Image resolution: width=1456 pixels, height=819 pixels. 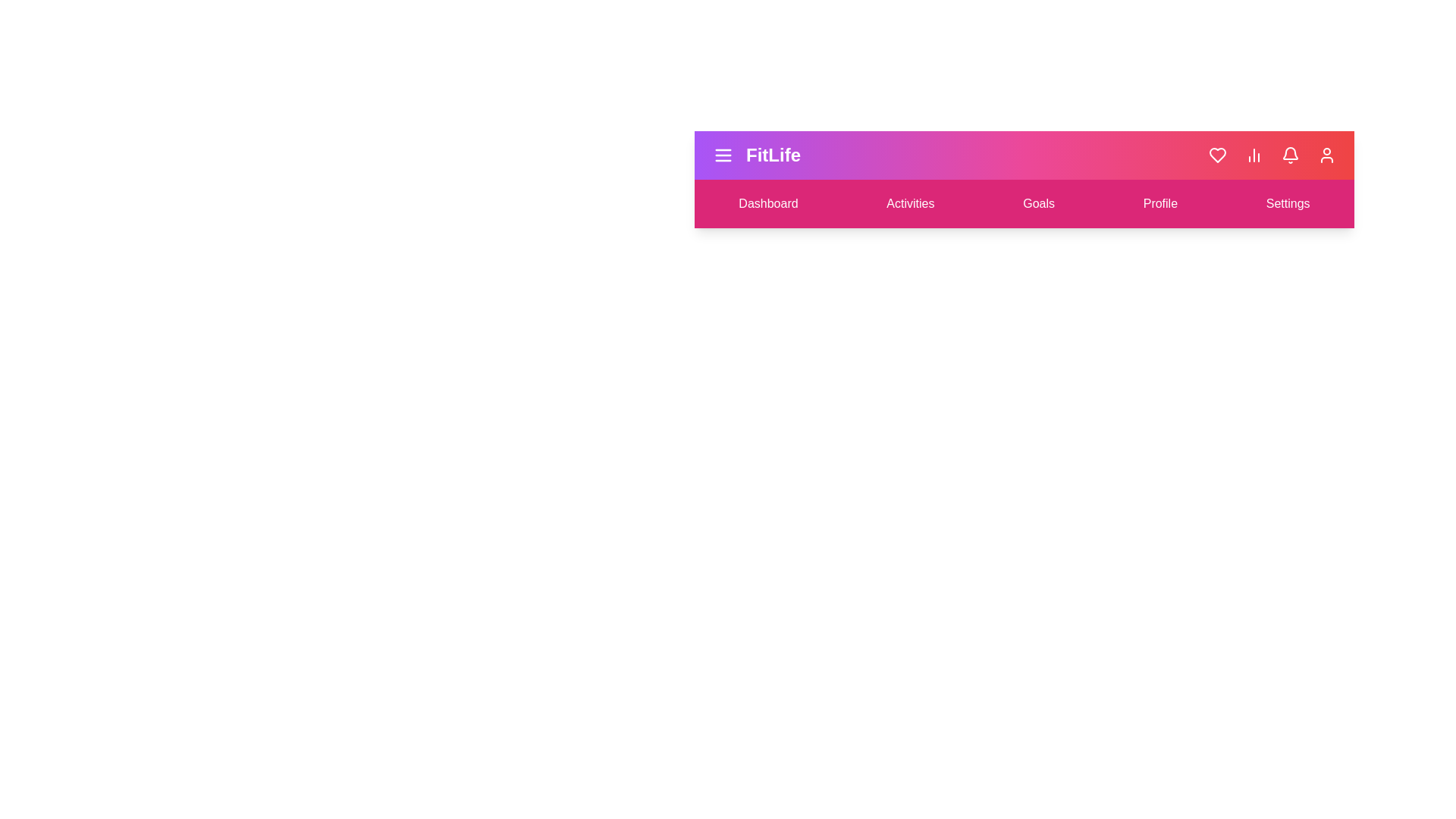 What do you see at coordinates (1290, 155) in the screenshot?
I see `the bell icon to view notifications` at bounding box center [1290, 155].